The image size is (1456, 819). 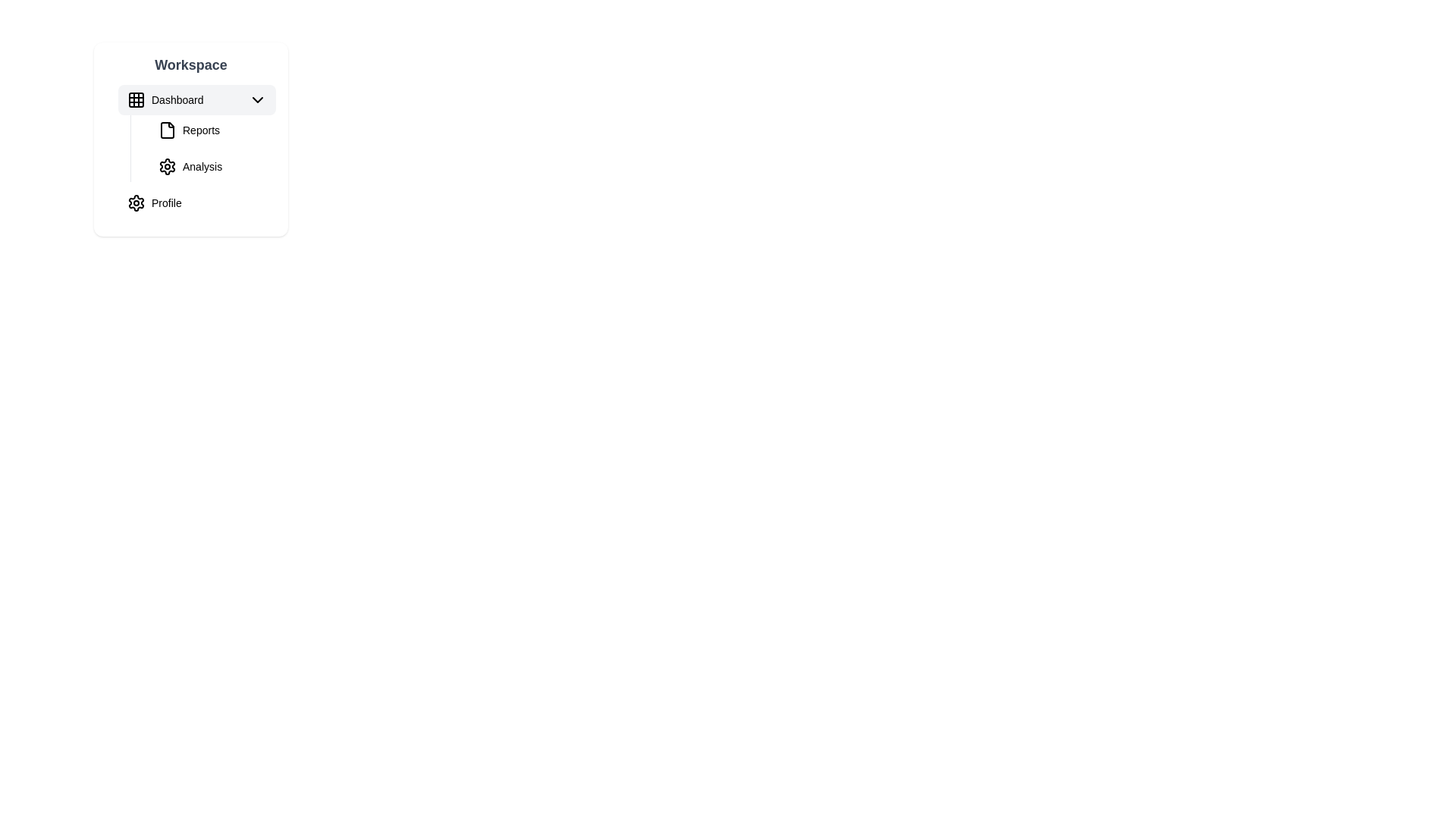 I want to click on the 'Analysis' menu item, which is a rectangular area containing a gear icon and bold text, located under the 'Workspace' section in the dropdown menu, so click(x=212, y=166).